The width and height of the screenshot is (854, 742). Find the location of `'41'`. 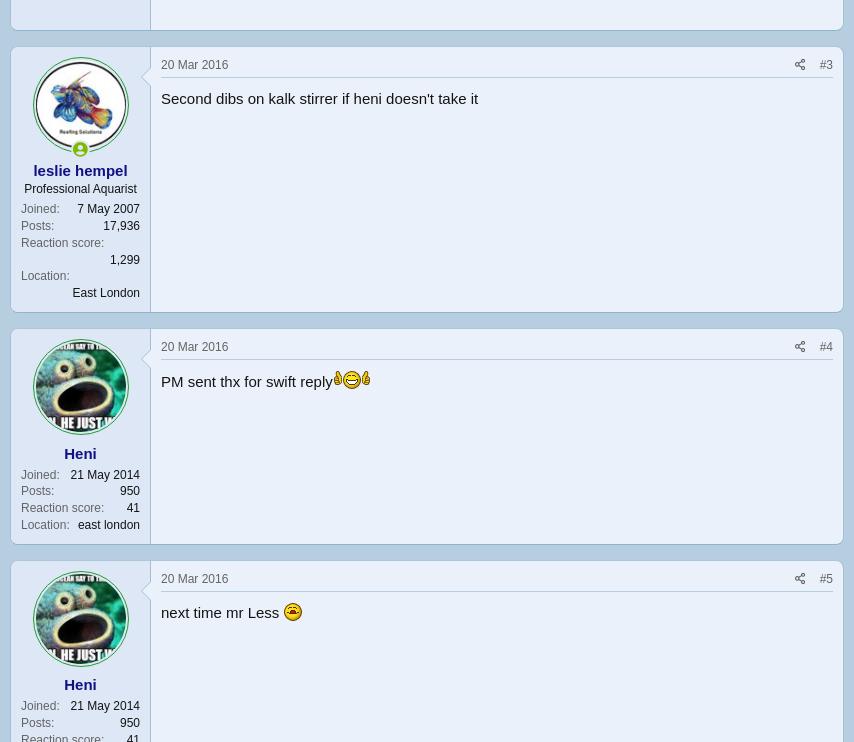

'41' is located at coordinates (131, 507).